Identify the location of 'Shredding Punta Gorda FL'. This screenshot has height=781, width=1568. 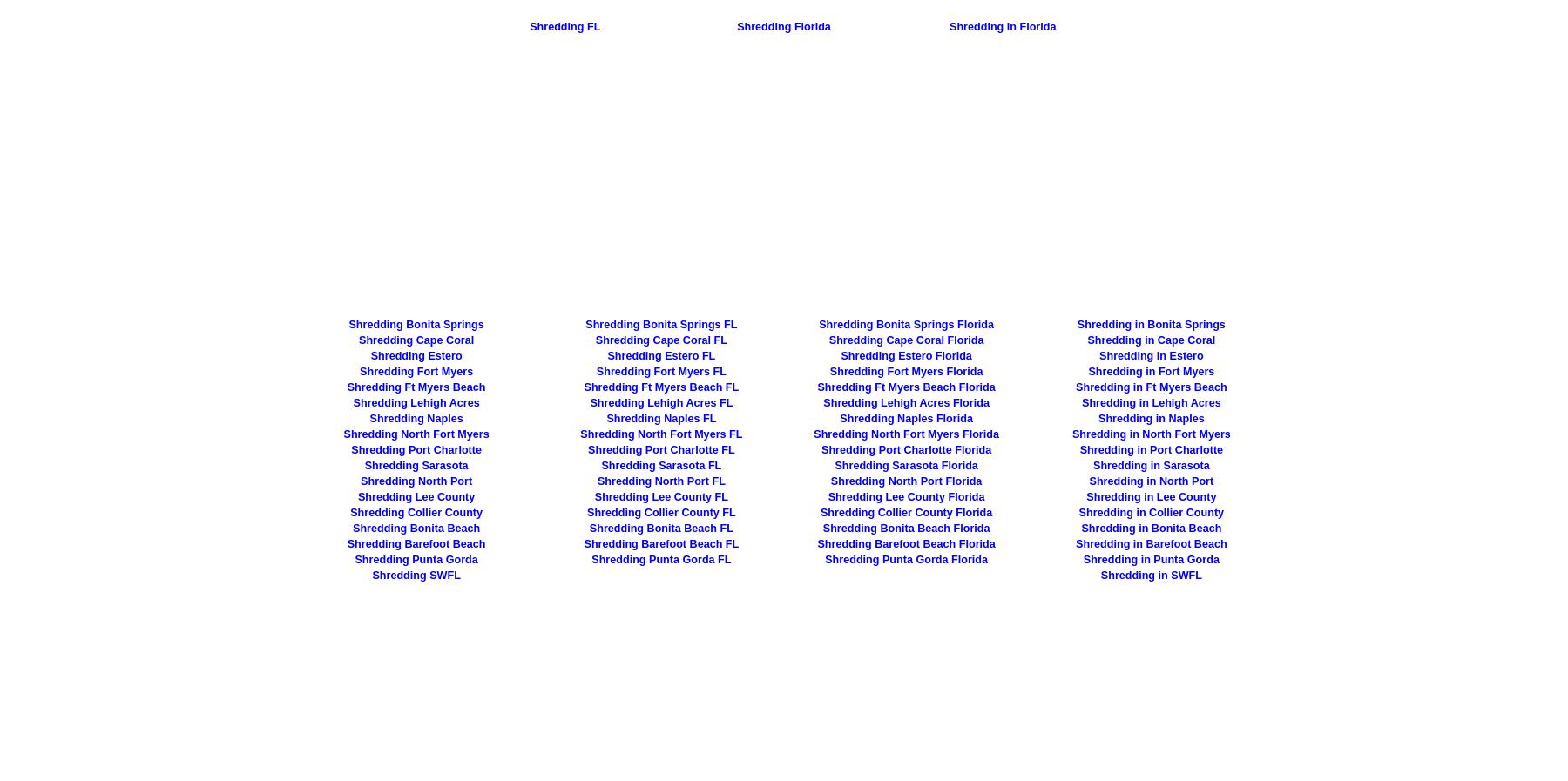
(660, 559).